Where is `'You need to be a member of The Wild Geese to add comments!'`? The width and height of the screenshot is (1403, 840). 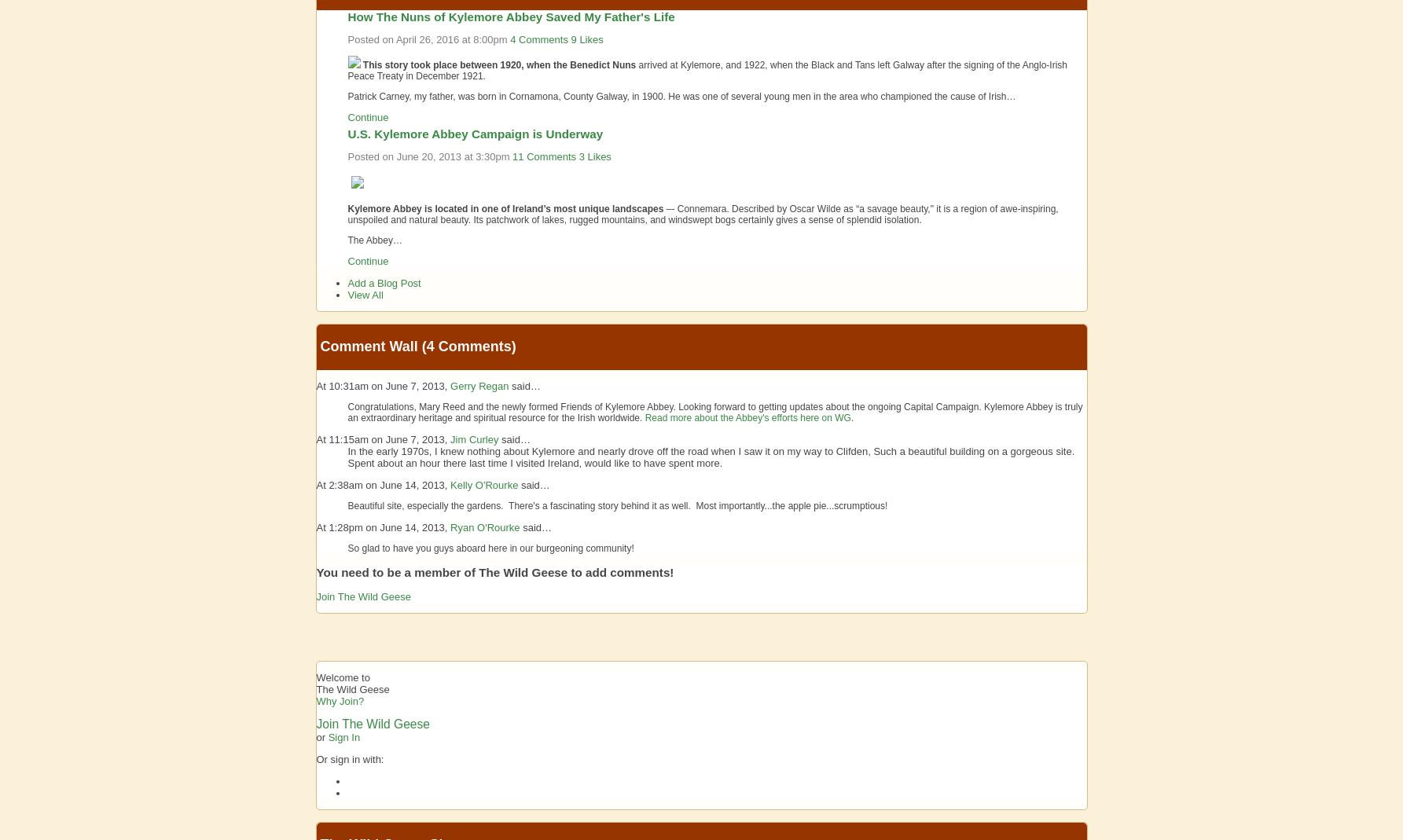
'You need to be a member of The Wild Geese to add comments!' is located at coordinates (314, 570).